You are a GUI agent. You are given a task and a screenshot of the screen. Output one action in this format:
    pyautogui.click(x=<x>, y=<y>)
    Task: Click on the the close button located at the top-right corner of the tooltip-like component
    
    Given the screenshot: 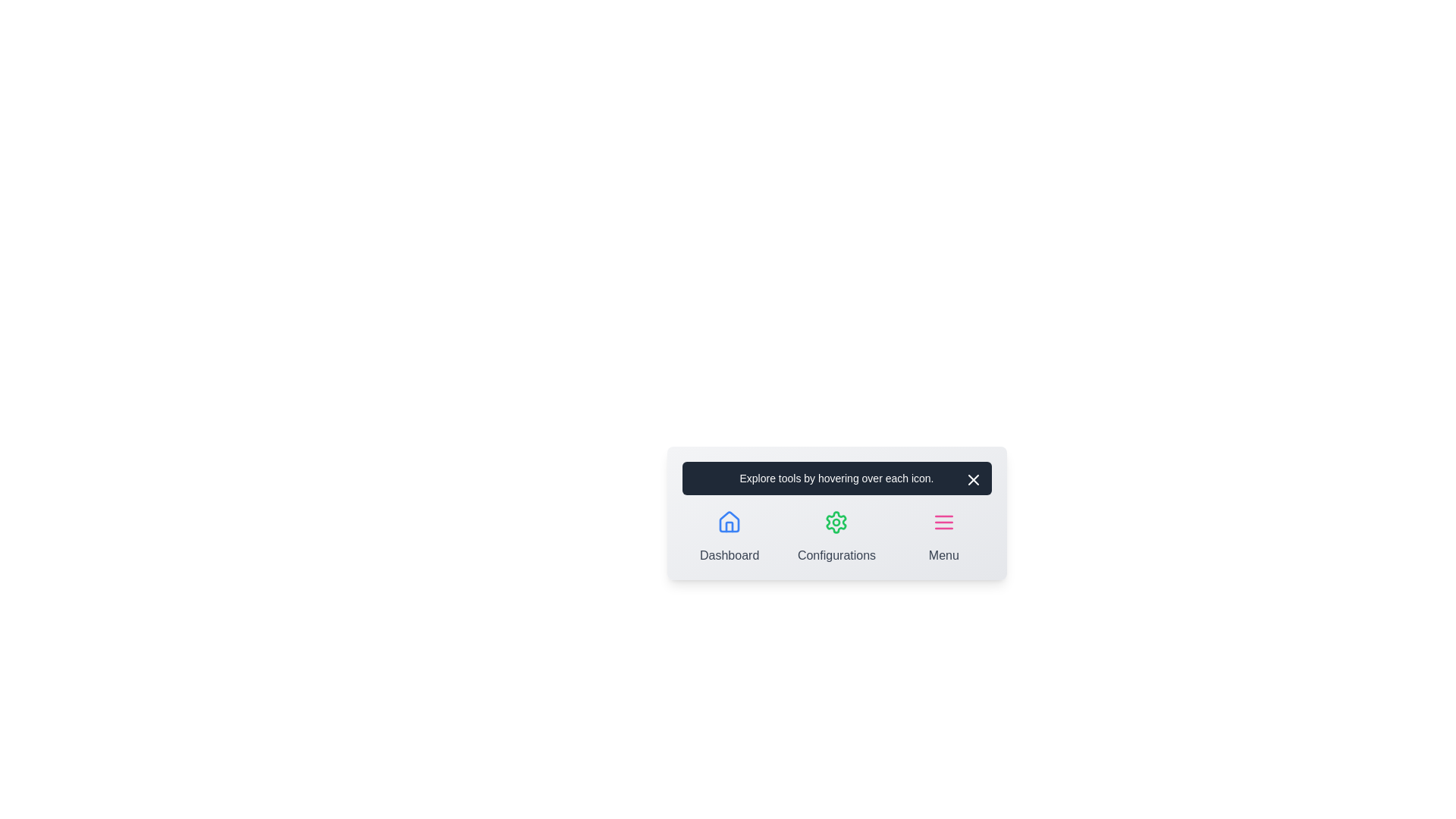 What is the action you would take?
    pyautogui.click(x=973, y=479)
    